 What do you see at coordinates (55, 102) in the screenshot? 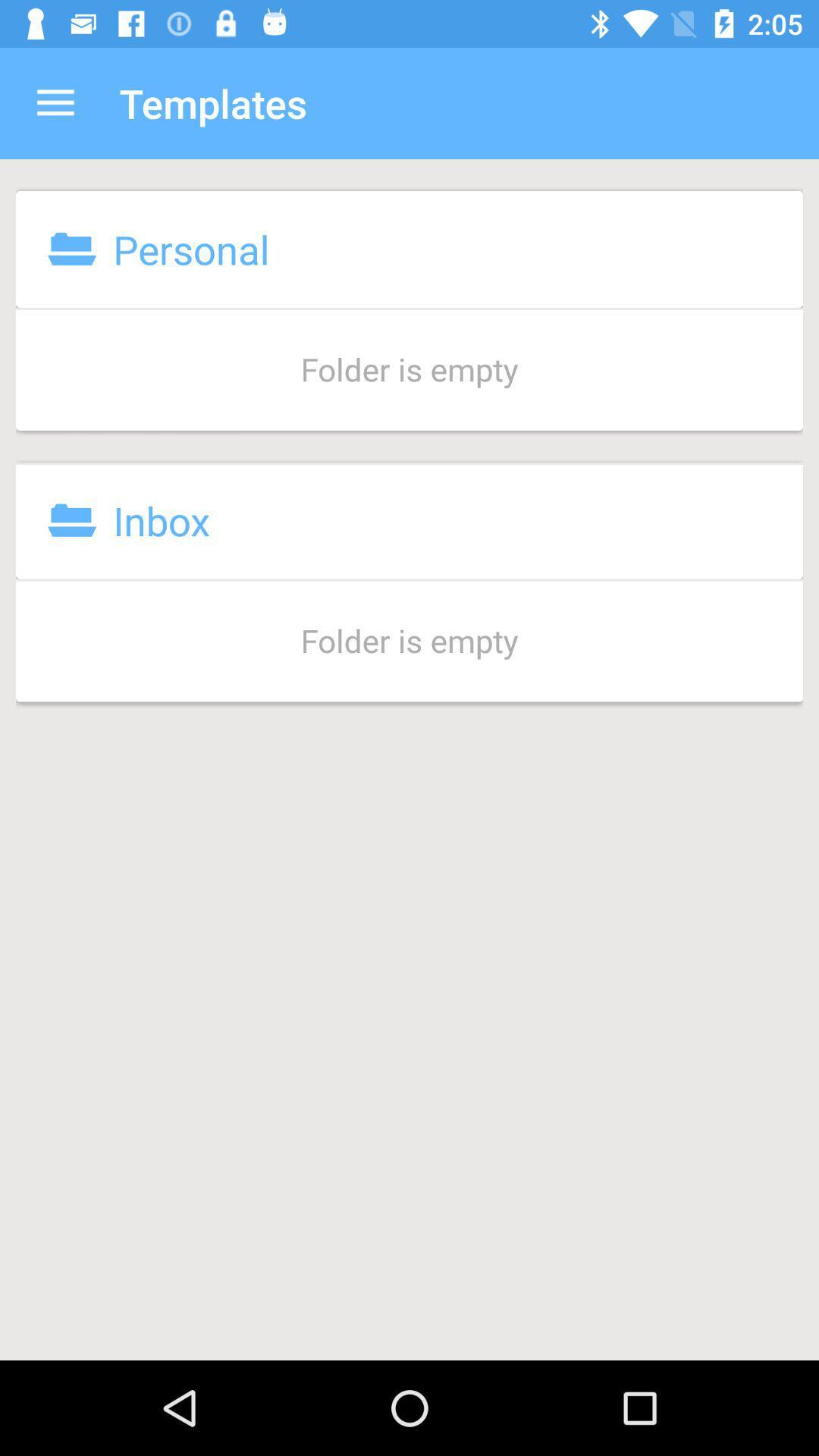
I see `icon above the personal` at bounding box center [55, 102].